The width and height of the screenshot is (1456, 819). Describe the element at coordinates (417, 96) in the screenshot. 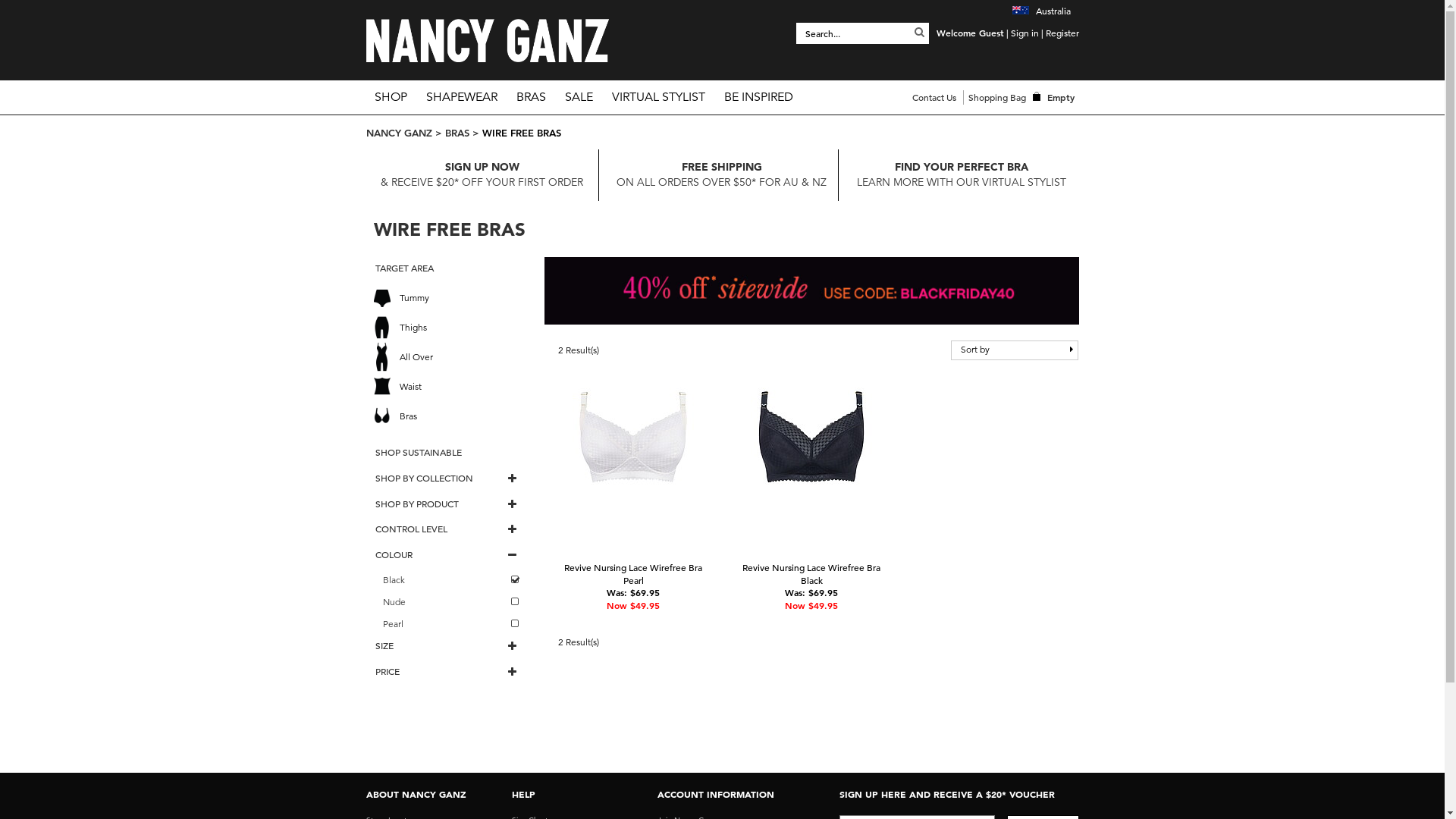

I see `'SHAPEWEAR'` at that location.